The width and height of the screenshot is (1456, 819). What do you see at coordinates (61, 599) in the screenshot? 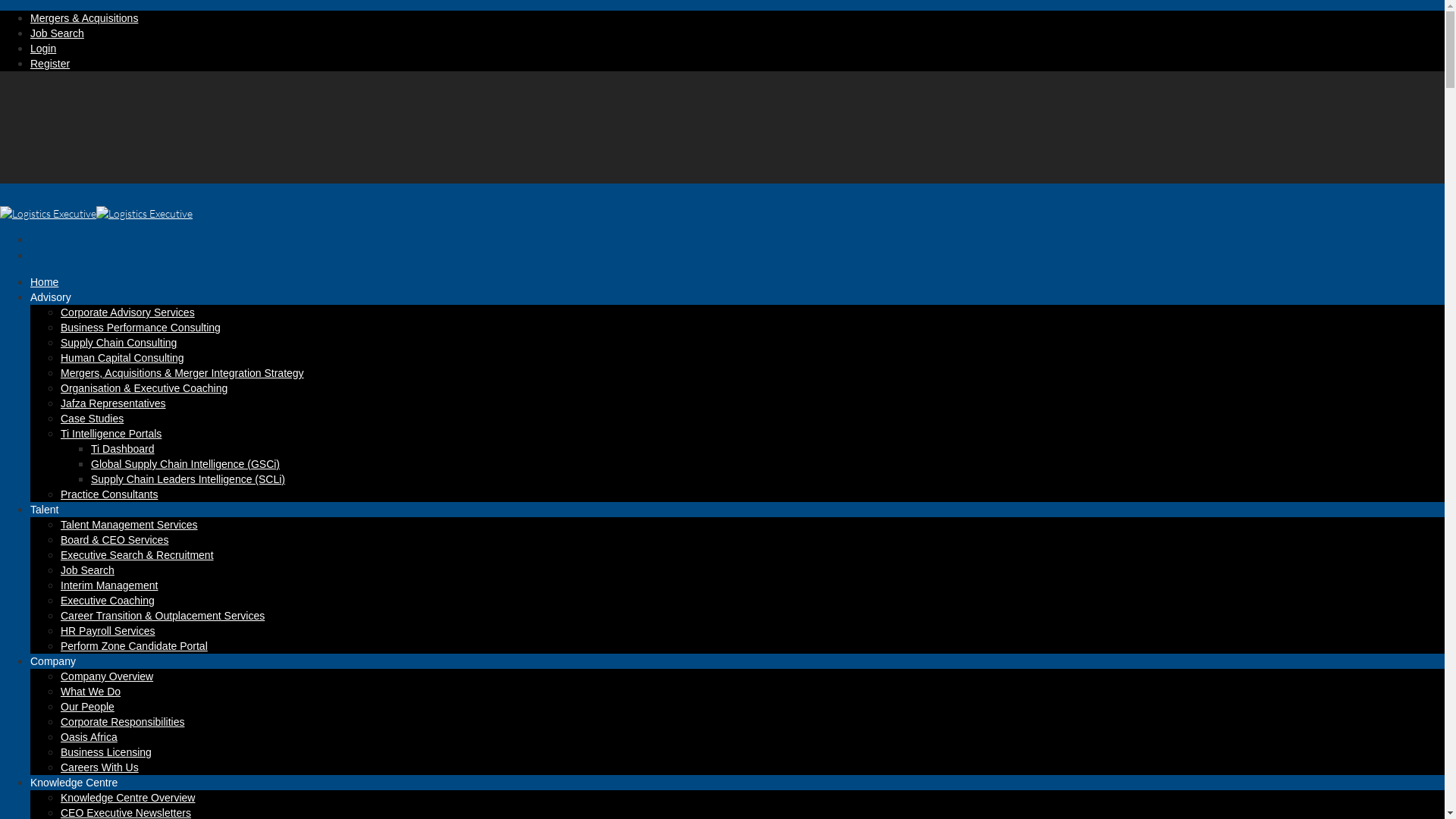
I see `'Executive Coaching'` at bounding box center [61, 599].